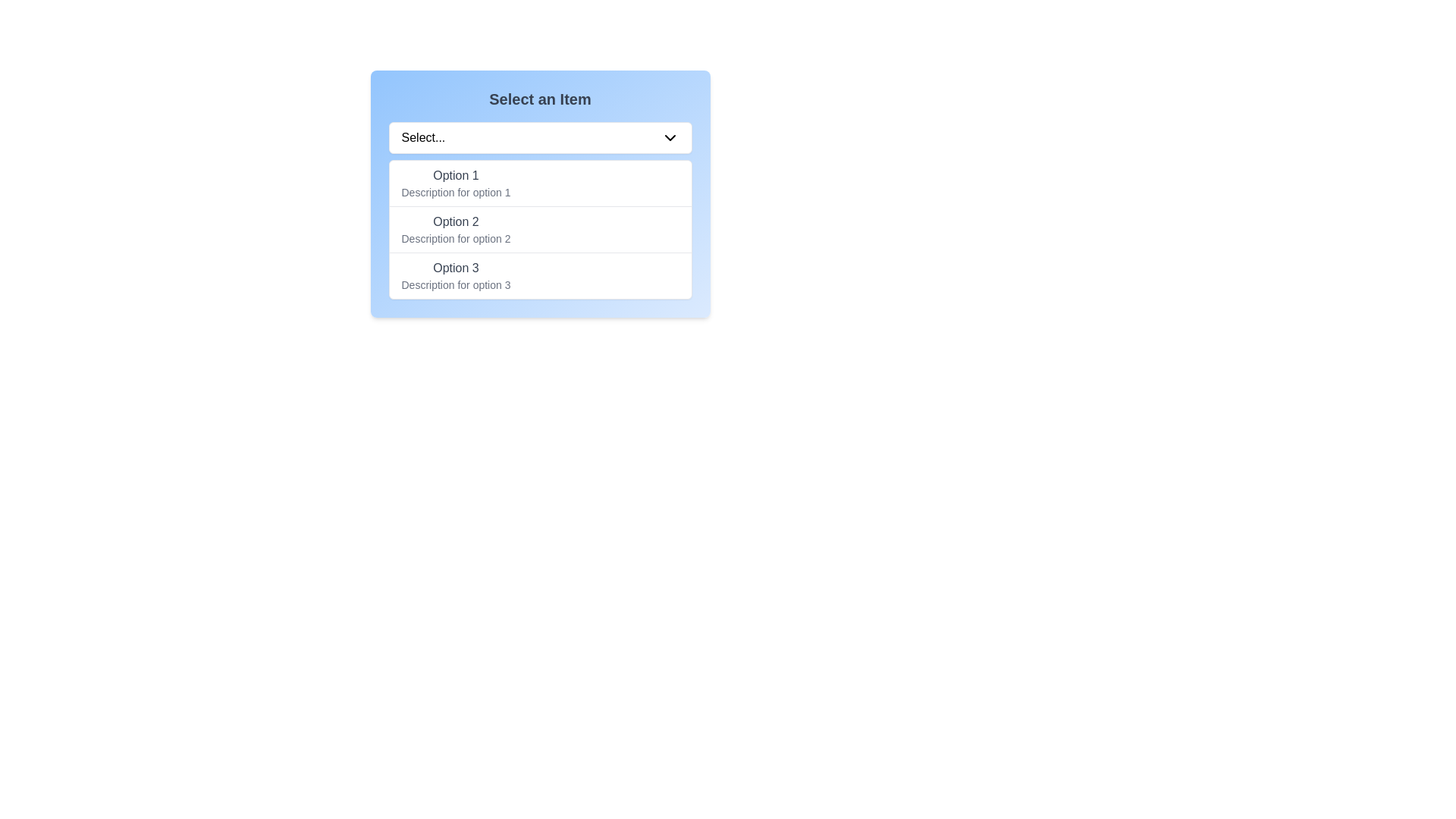 This screenshot has height=819, width=1456. Describe the element at coordinates (423, 137) in the screenshot. I see `the default label within the dropdown menu to focus or interact with it` at that location.